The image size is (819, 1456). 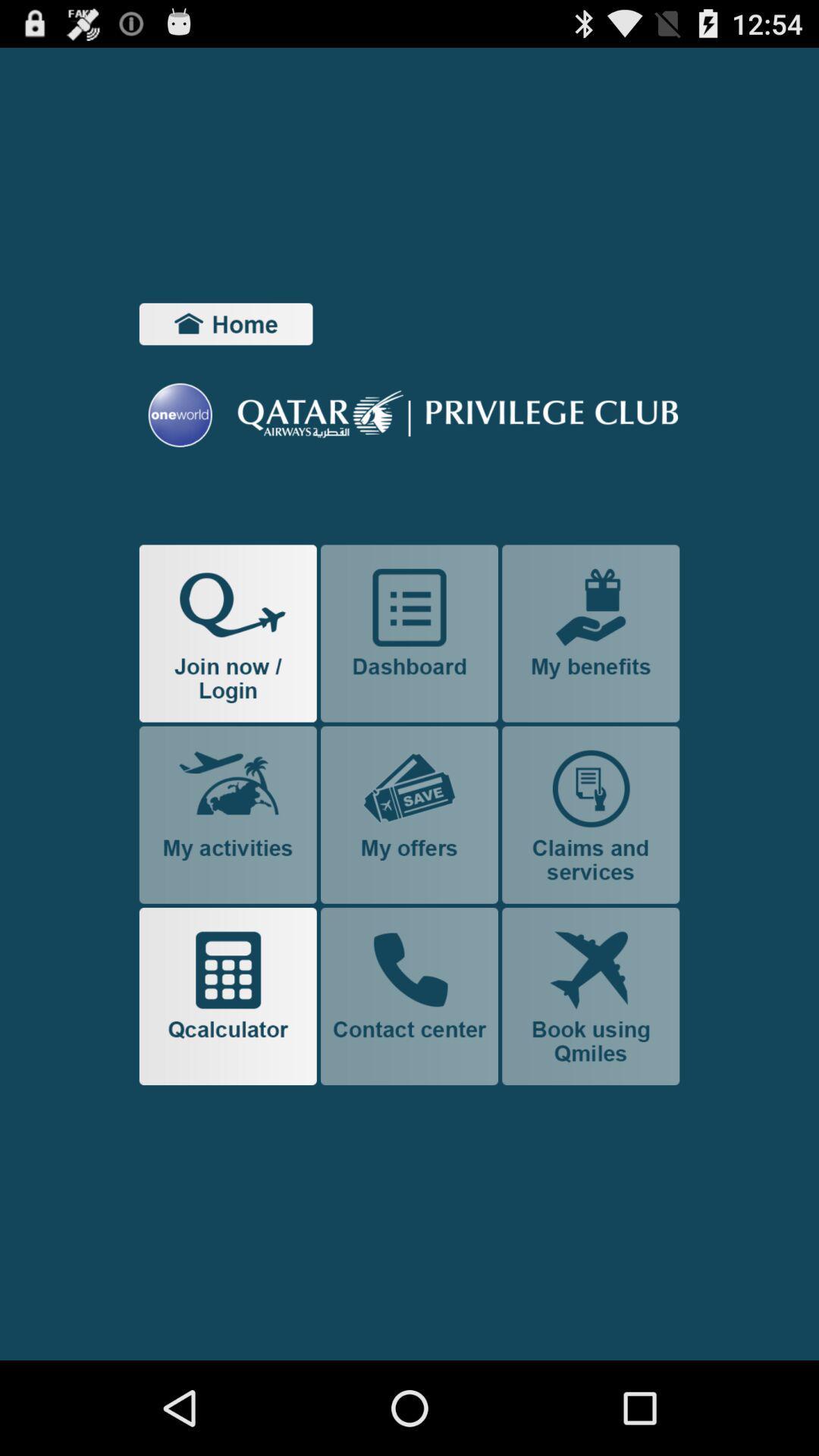 What do you see at coordinates (409, 633) in the screenshot?
I see `open the dashboard` at bounding box center [409, 633].